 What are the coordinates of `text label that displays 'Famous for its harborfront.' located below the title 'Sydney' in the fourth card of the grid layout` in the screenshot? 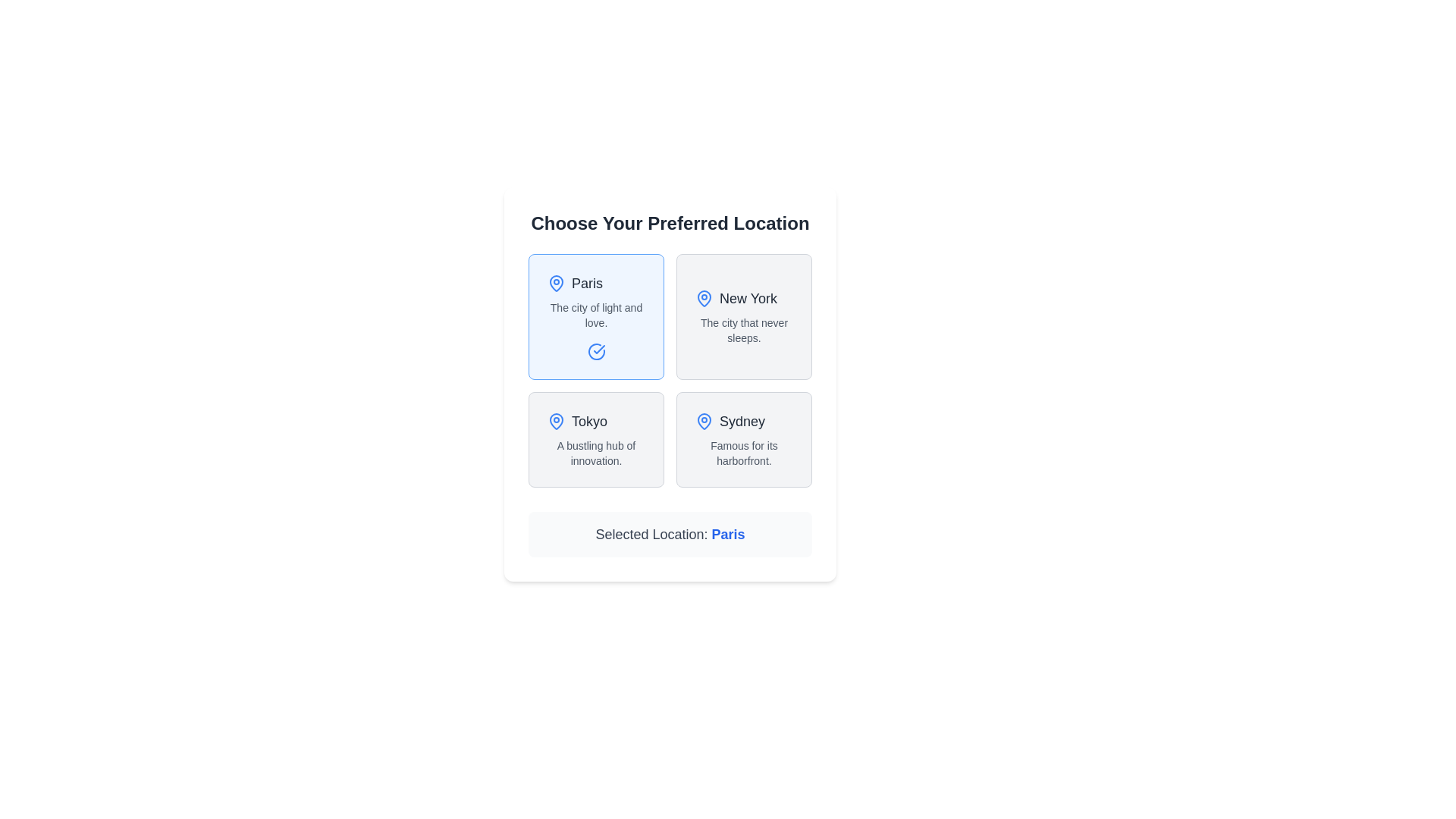 It's located at (744, 452).